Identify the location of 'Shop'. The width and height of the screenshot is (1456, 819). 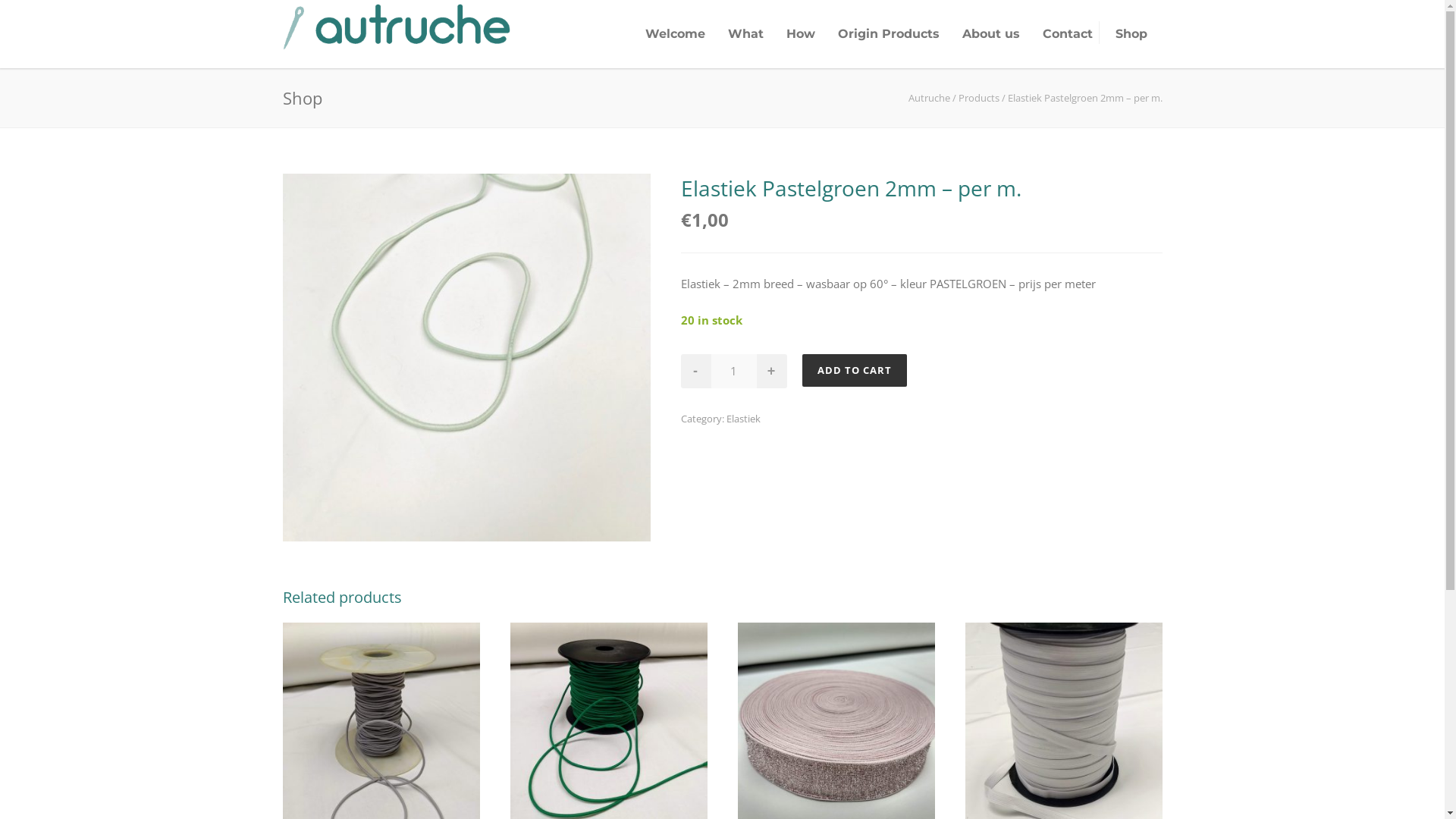
(1131, 33).